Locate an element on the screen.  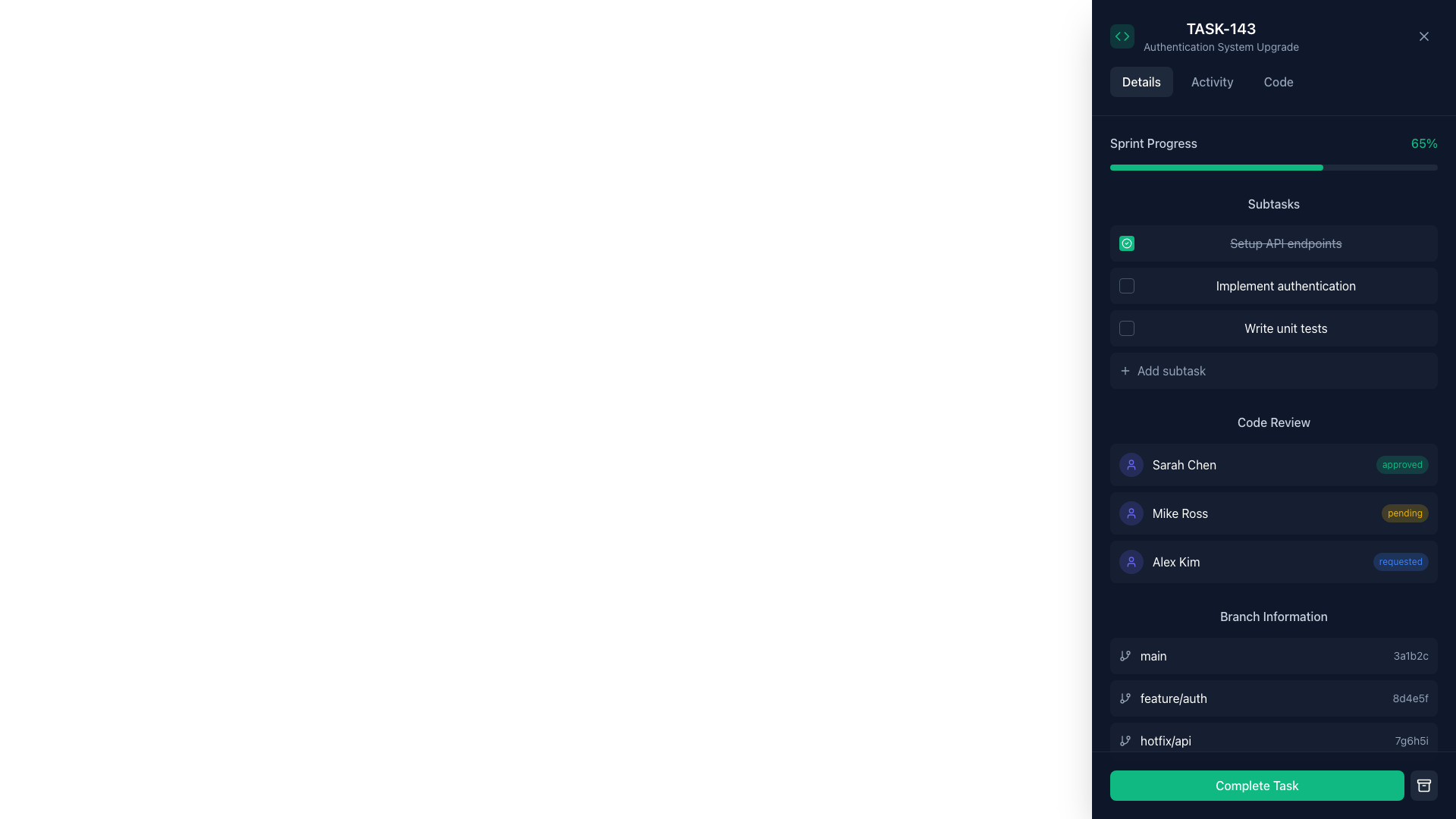
the second subtask in the 'Subtasks' list is located at coordinates (1274, 292).